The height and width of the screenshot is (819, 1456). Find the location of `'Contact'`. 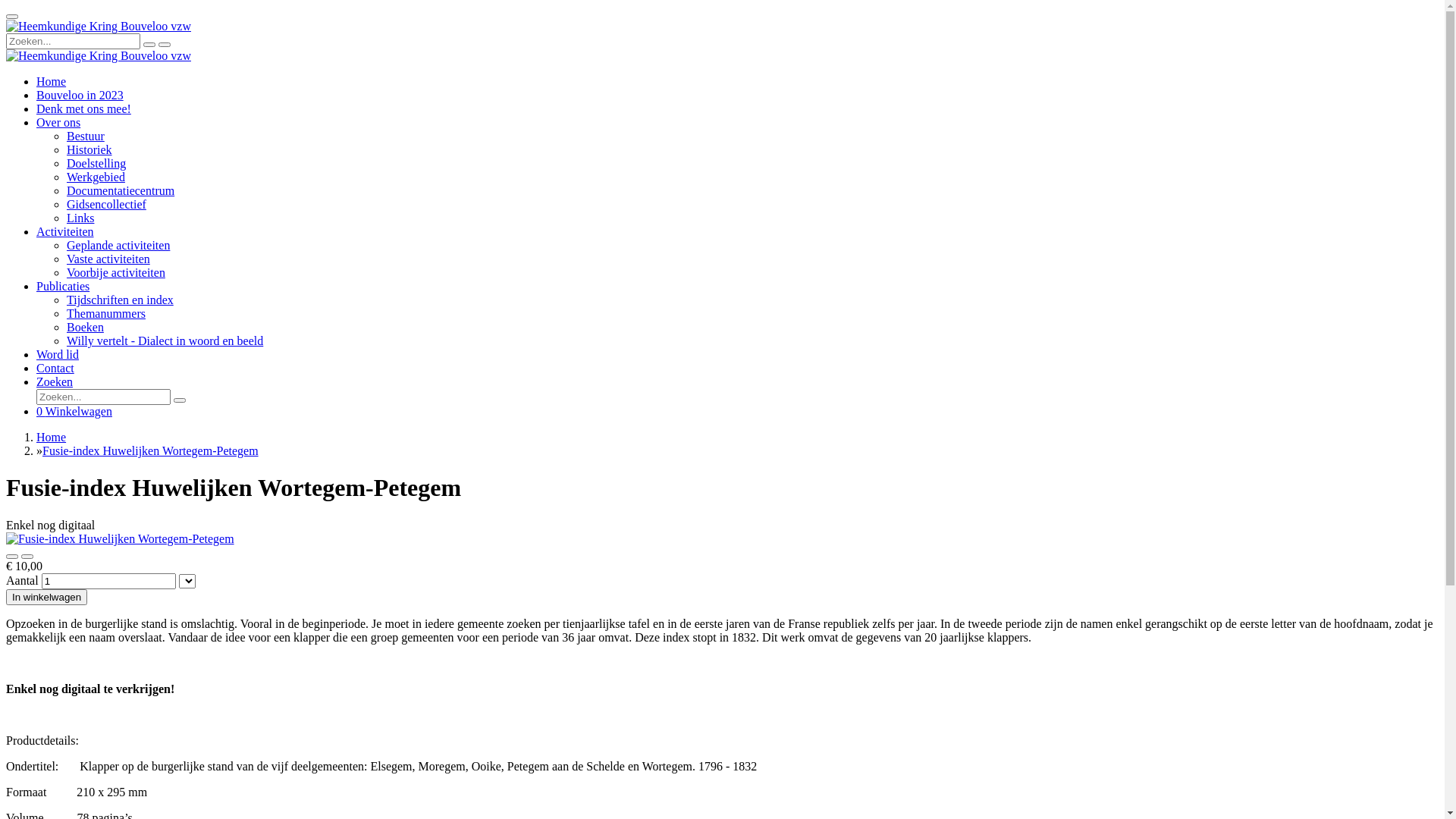

'Contact' is located at coordinates (55, 368).